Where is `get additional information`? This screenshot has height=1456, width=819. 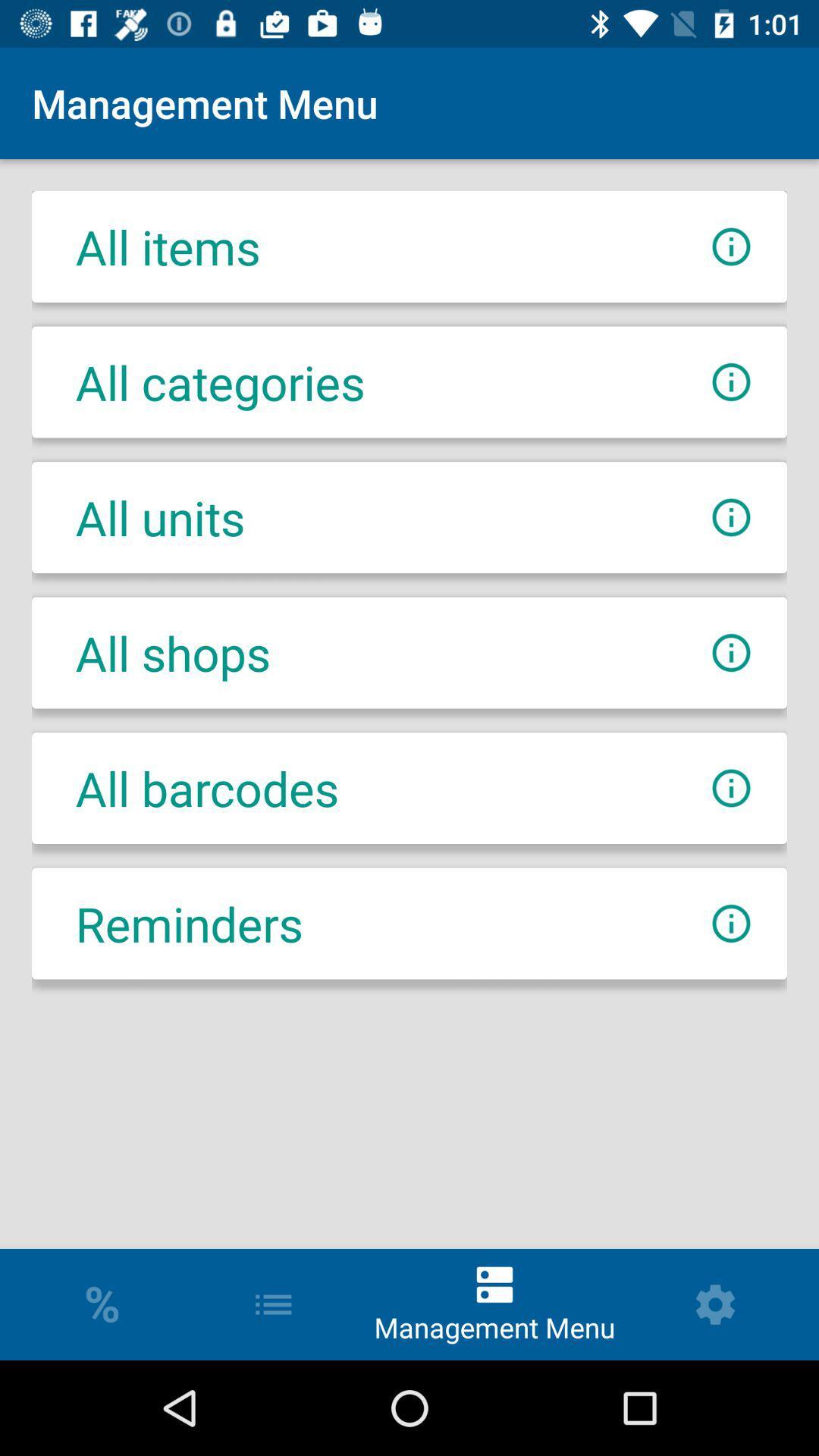 get additional information is located at coordinates (730, 517).